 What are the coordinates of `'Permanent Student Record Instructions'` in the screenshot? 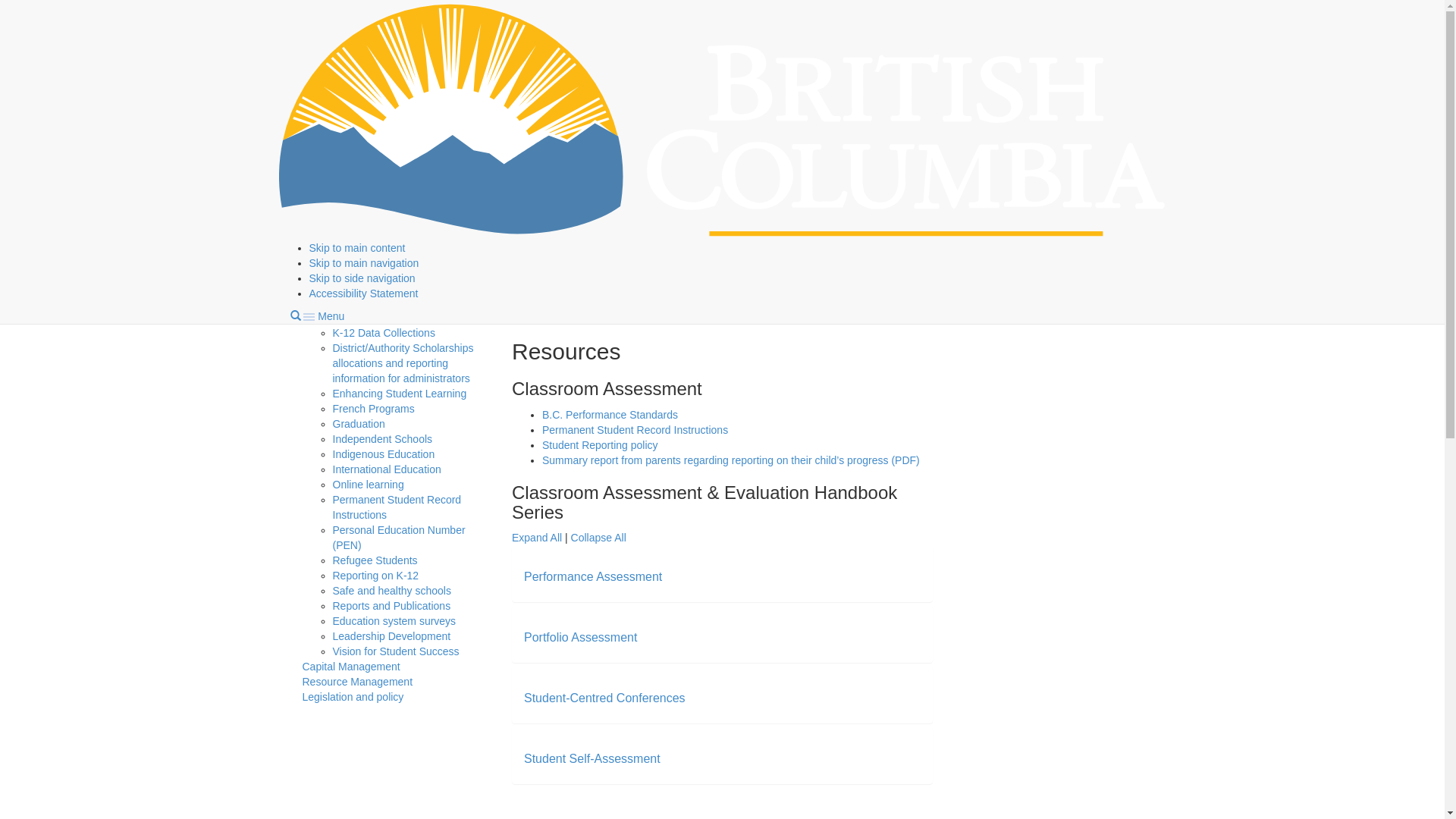 It's located at (397, 507).